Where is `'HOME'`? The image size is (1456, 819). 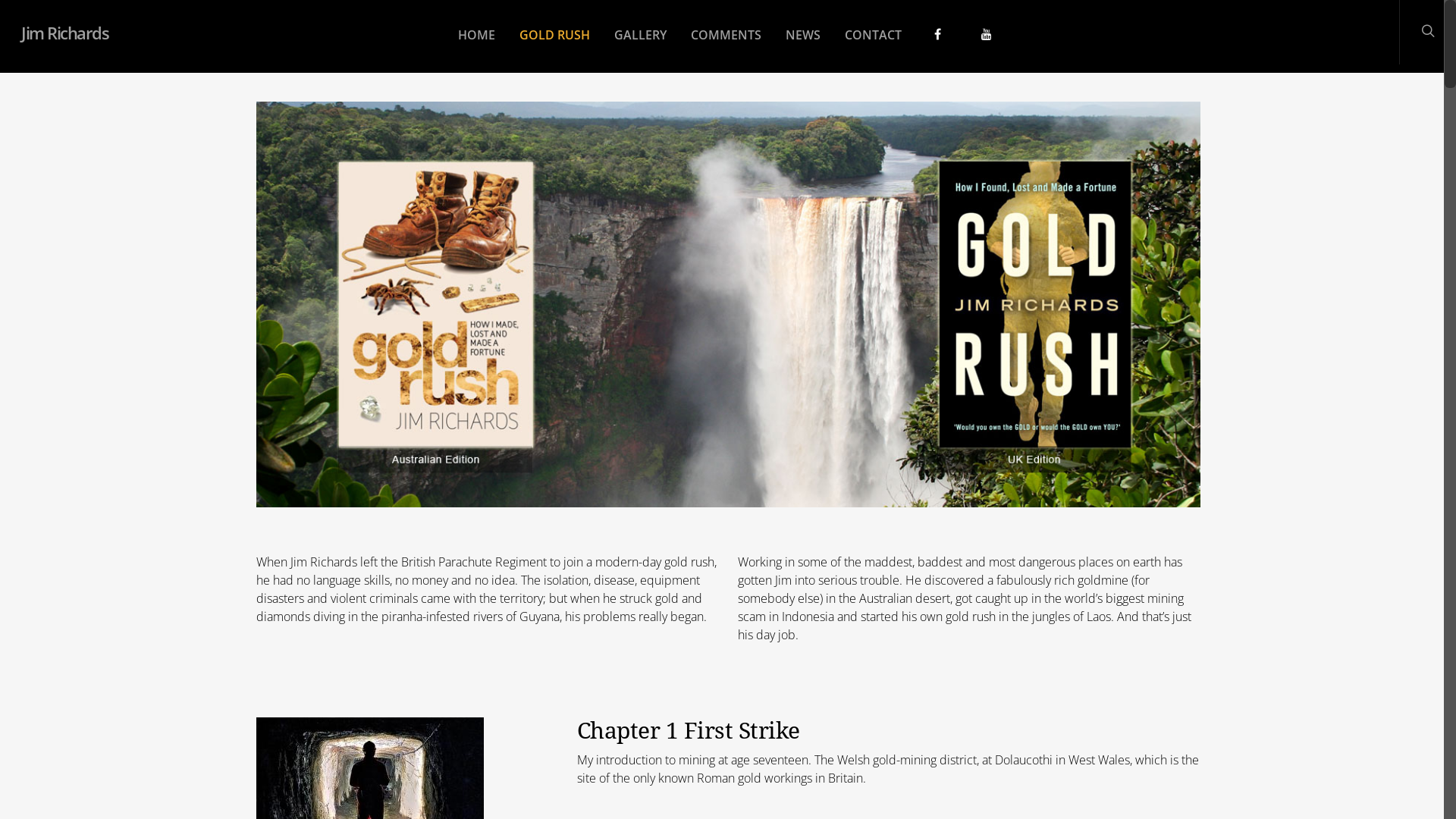
'HOME' is located at coordinates (475, 45).